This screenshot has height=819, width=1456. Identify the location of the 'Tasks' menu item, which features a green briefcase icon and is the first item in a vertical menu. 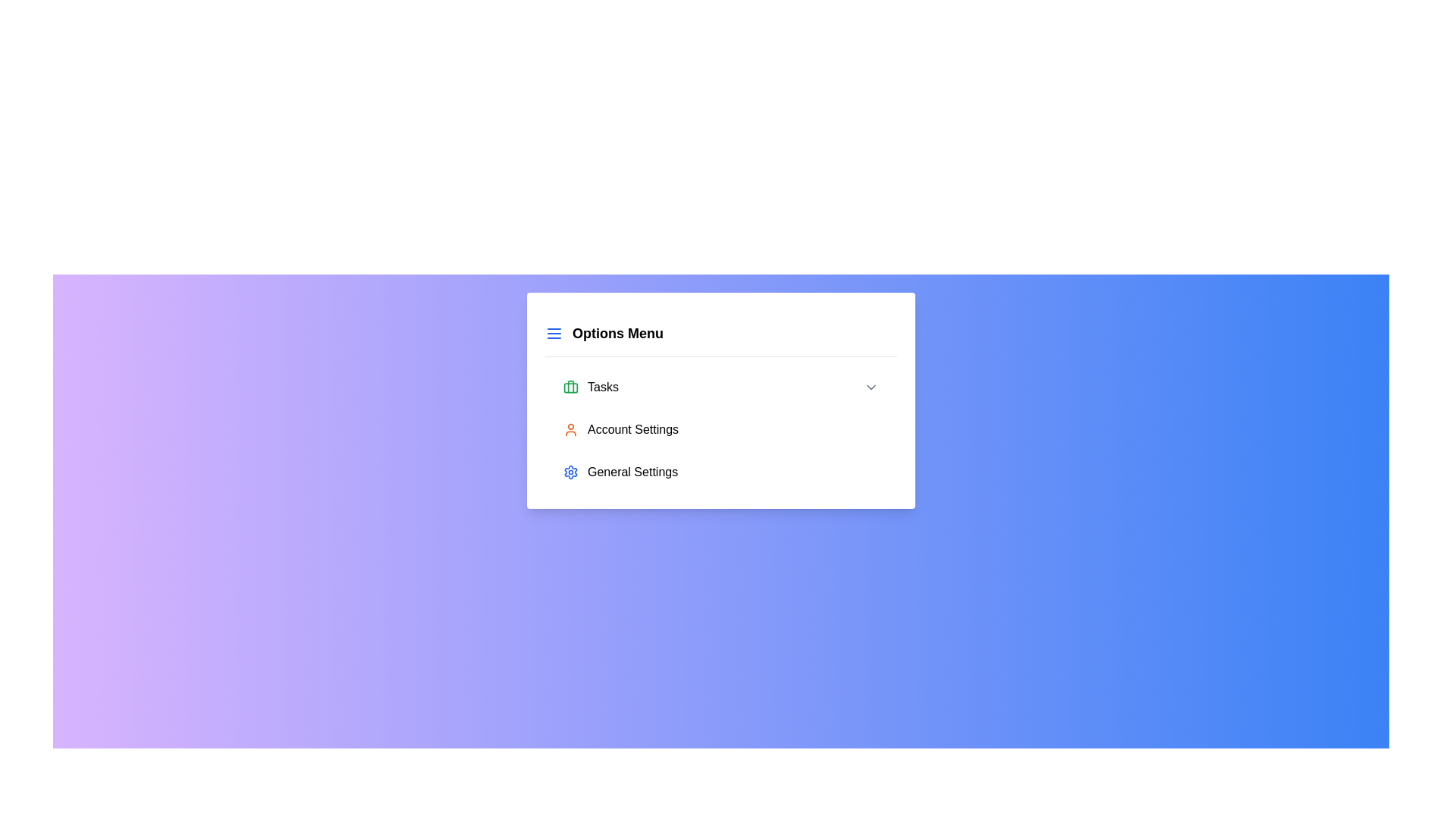
(590, 386).